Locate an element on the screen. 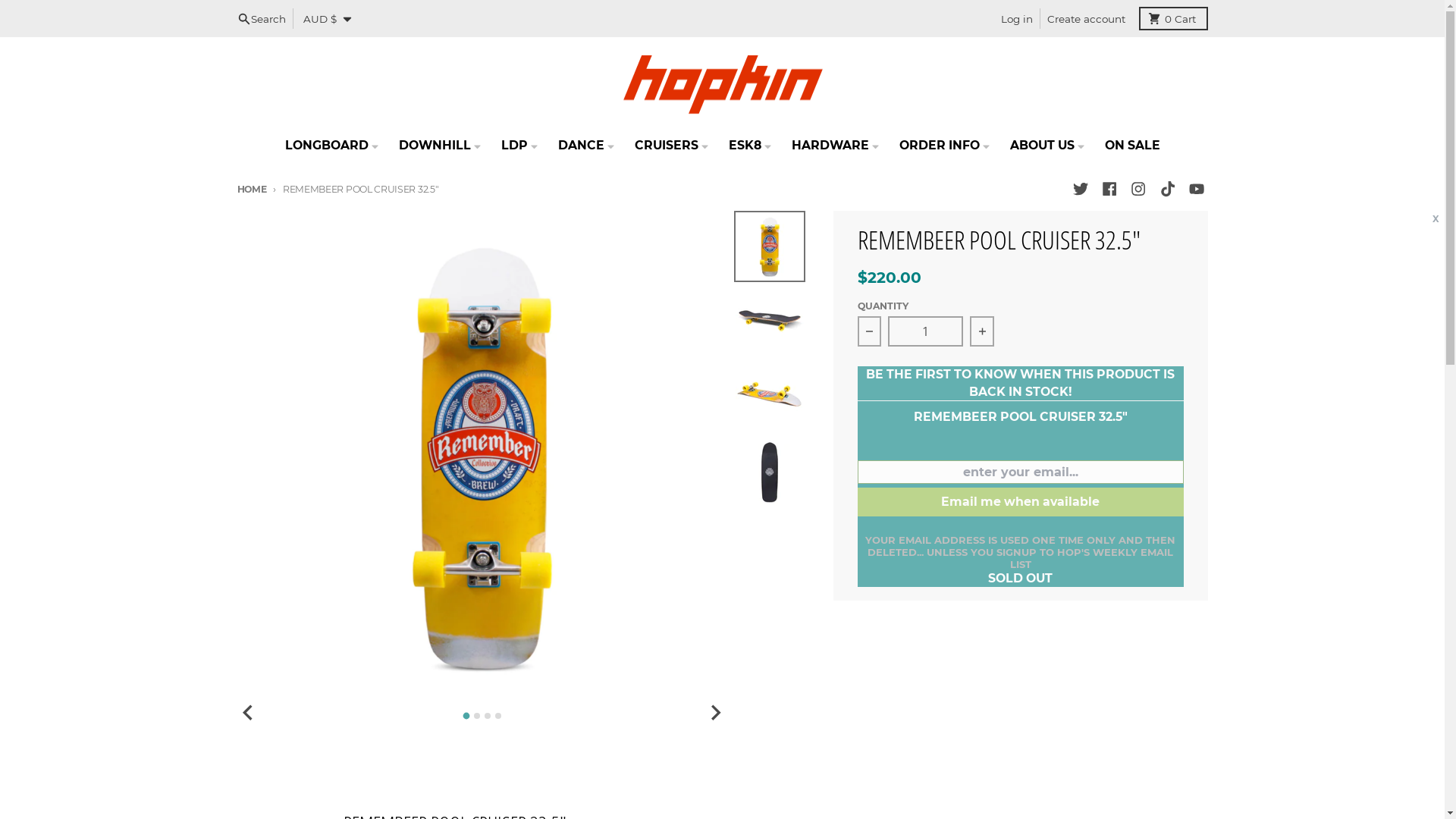  'HOME' is located at coordinates (251, 188).